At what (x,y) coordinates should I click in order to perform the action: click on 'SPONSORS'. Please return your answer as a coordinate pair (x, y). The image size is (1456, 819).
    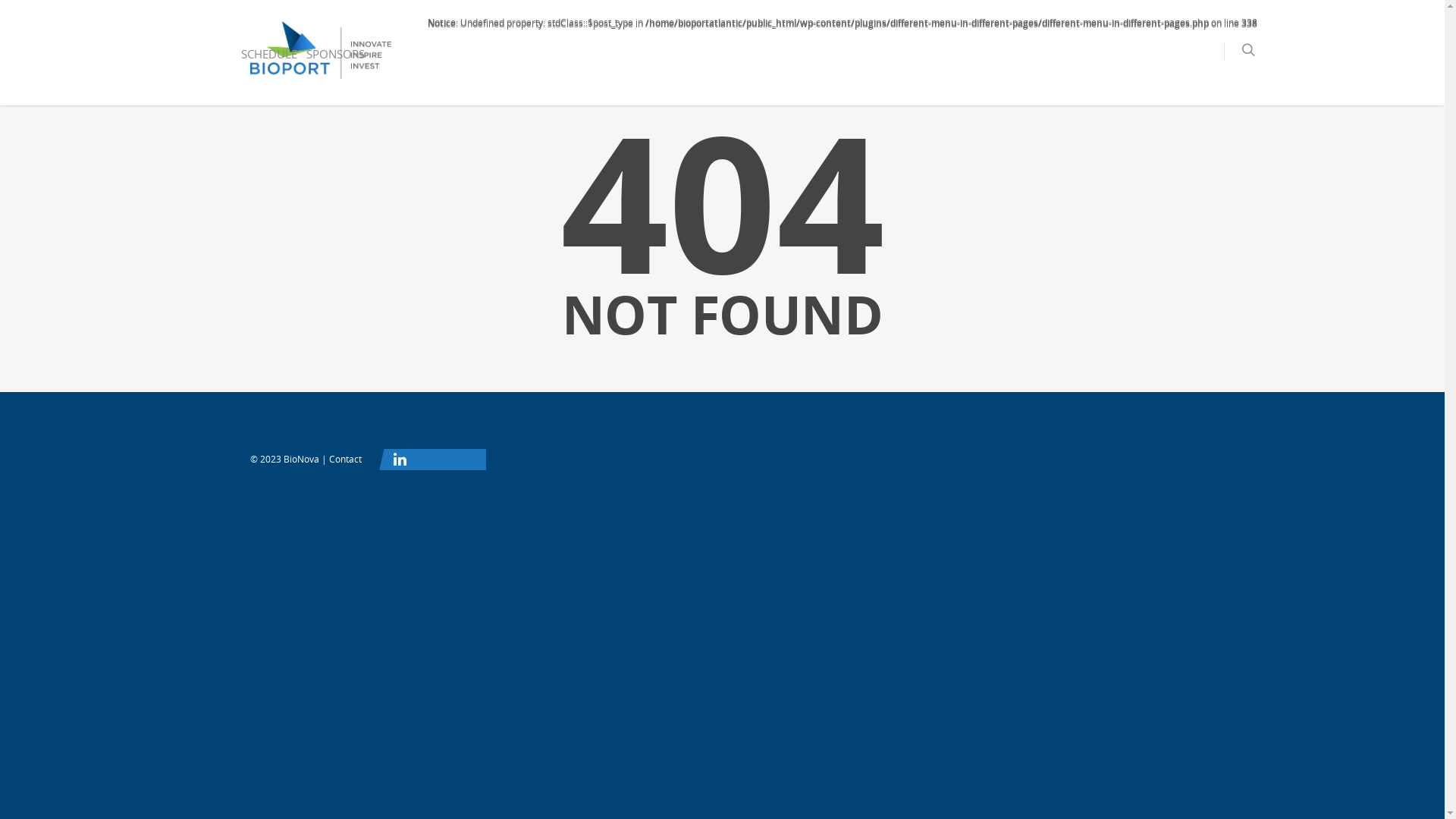
    Looking at the image, I should click on (334, 64).